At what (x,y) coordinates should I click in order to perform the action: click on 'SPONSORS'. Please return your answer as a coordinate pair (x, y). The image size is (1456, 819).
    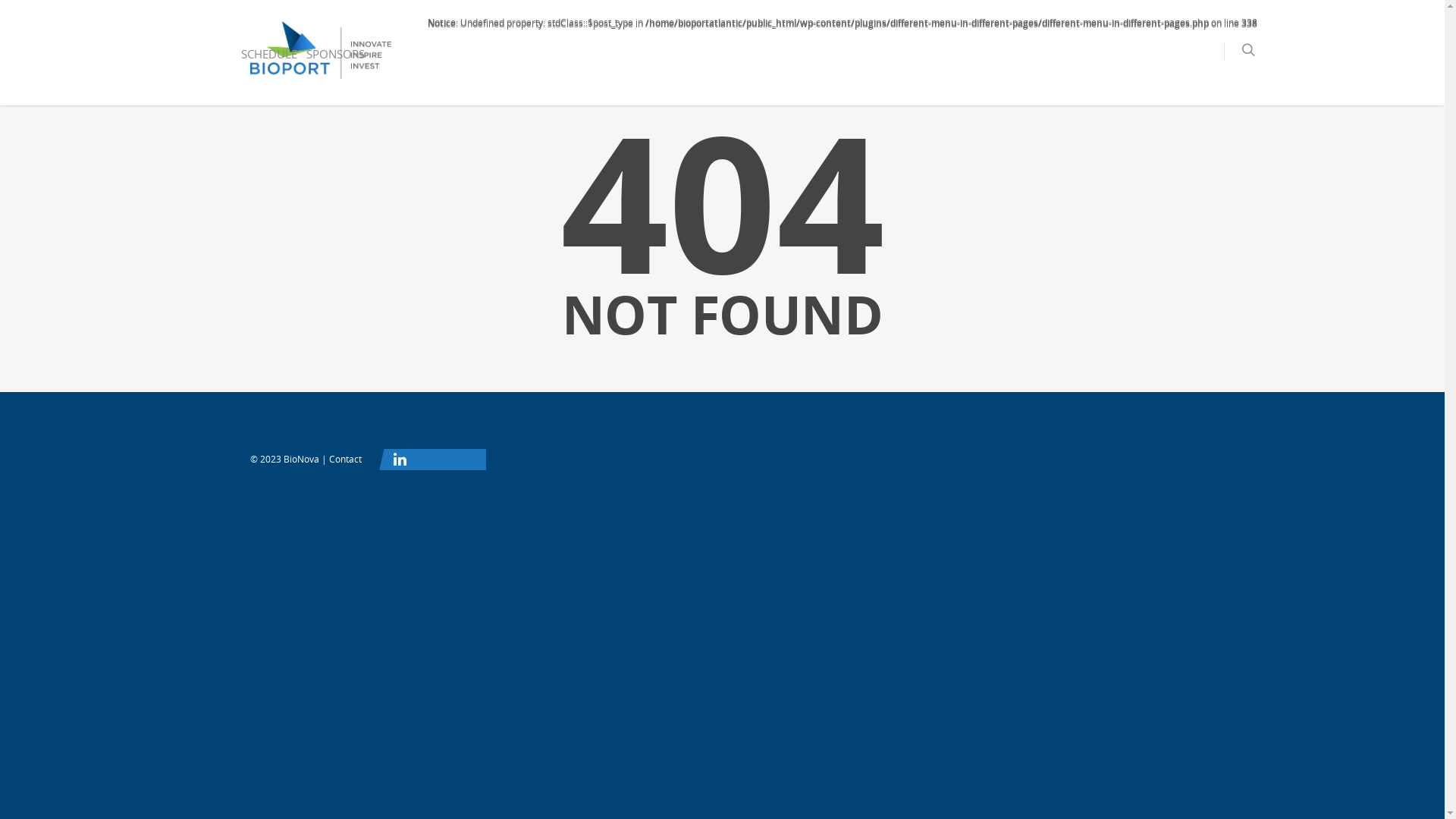
    Looking at the image, I should click on (334, 64).